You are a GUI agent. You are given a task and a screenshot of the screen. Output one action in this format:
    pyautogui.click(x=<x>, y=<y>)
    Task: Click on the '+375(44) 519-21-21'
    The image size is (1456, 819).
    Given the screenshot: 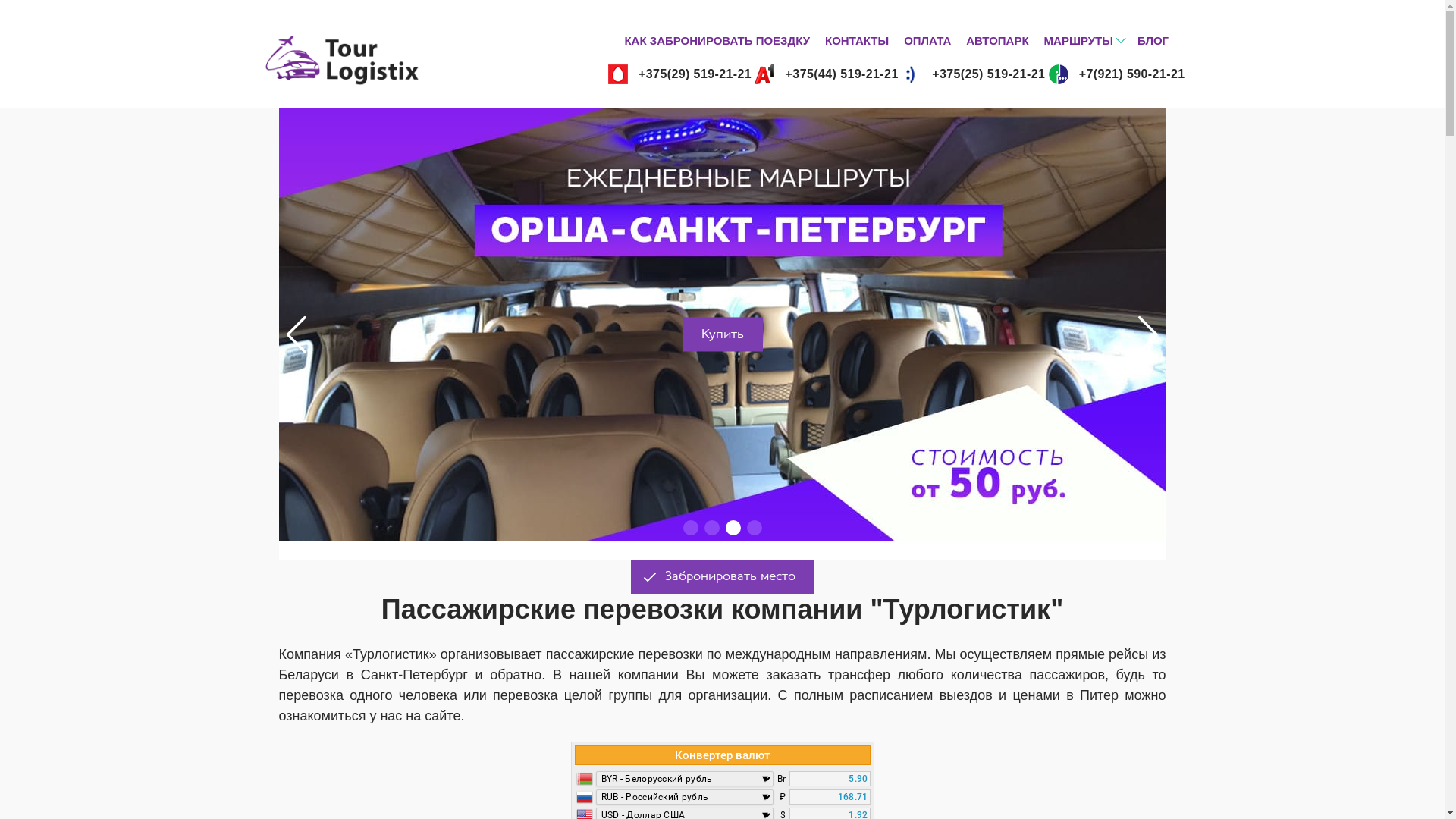 What is the action you would take?
    pyautogui.click(x=826, y=74)
    